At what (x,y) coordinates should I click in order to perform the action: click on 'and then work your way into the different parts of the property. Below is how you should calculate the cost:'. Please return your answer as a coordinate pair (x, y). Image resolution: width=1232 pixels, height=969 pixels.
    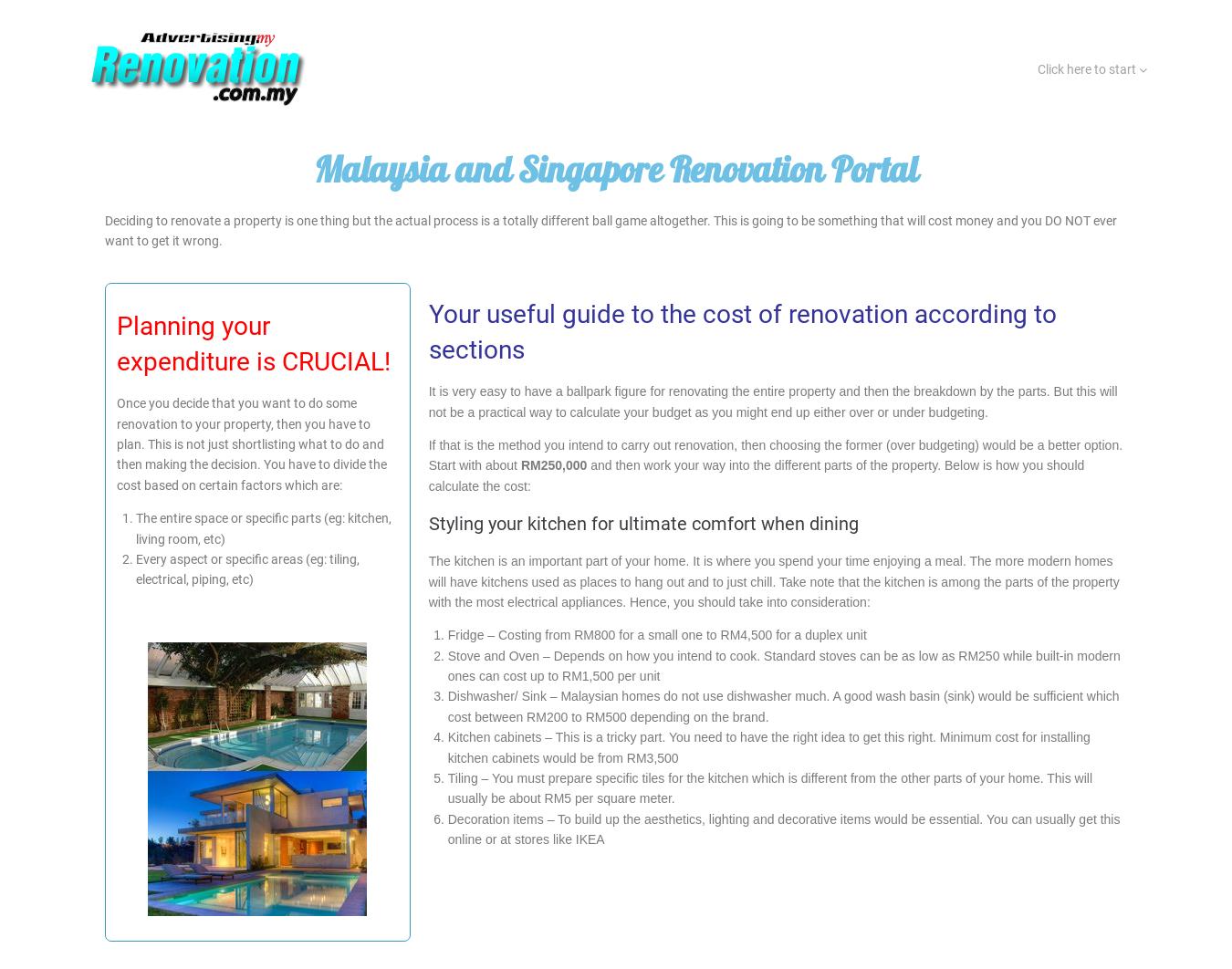
    Looking at the image, I should click on (426, 474).